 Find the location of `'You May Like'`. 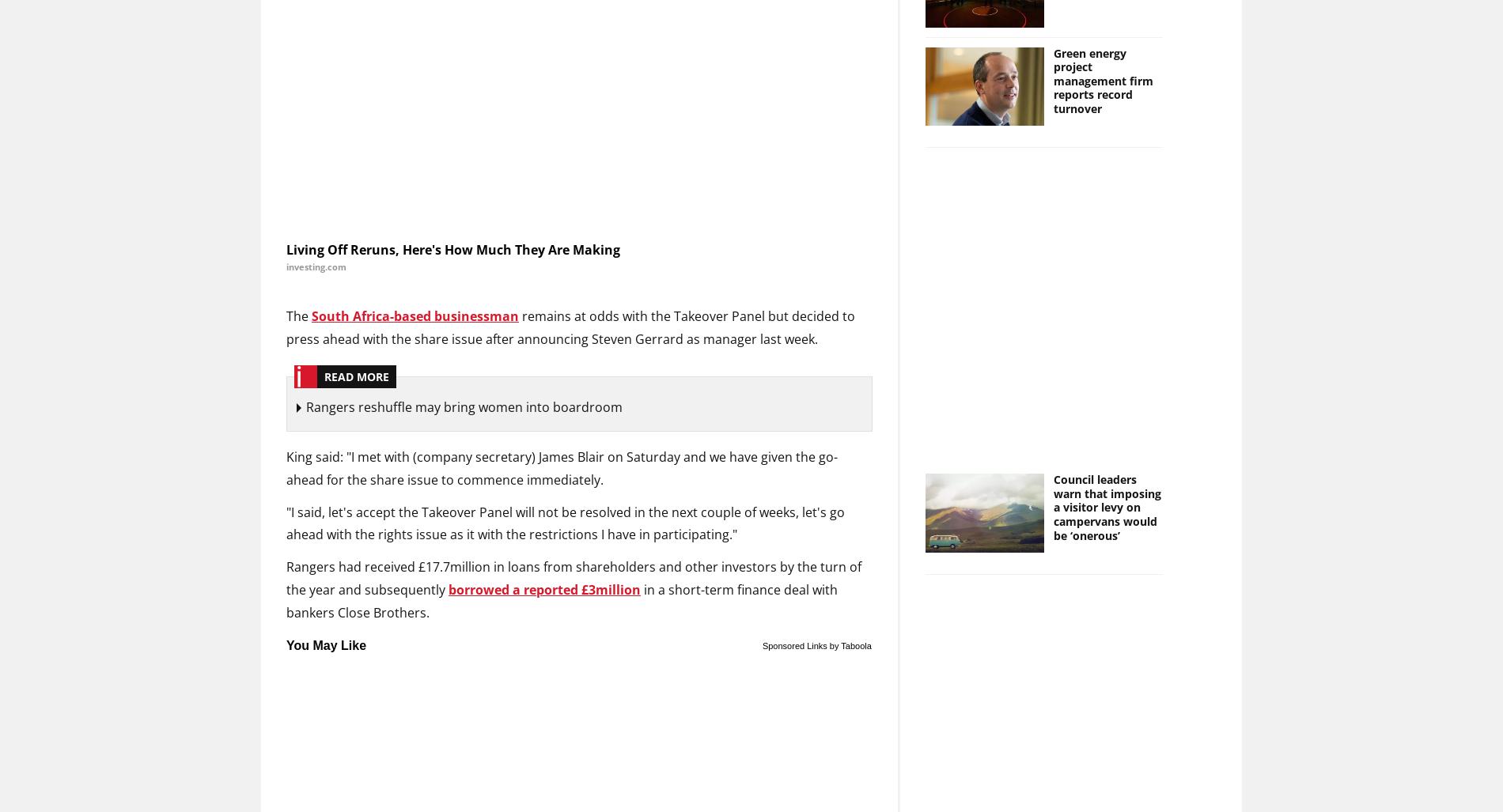

'You May Like' is located at coordinates (325, 644).